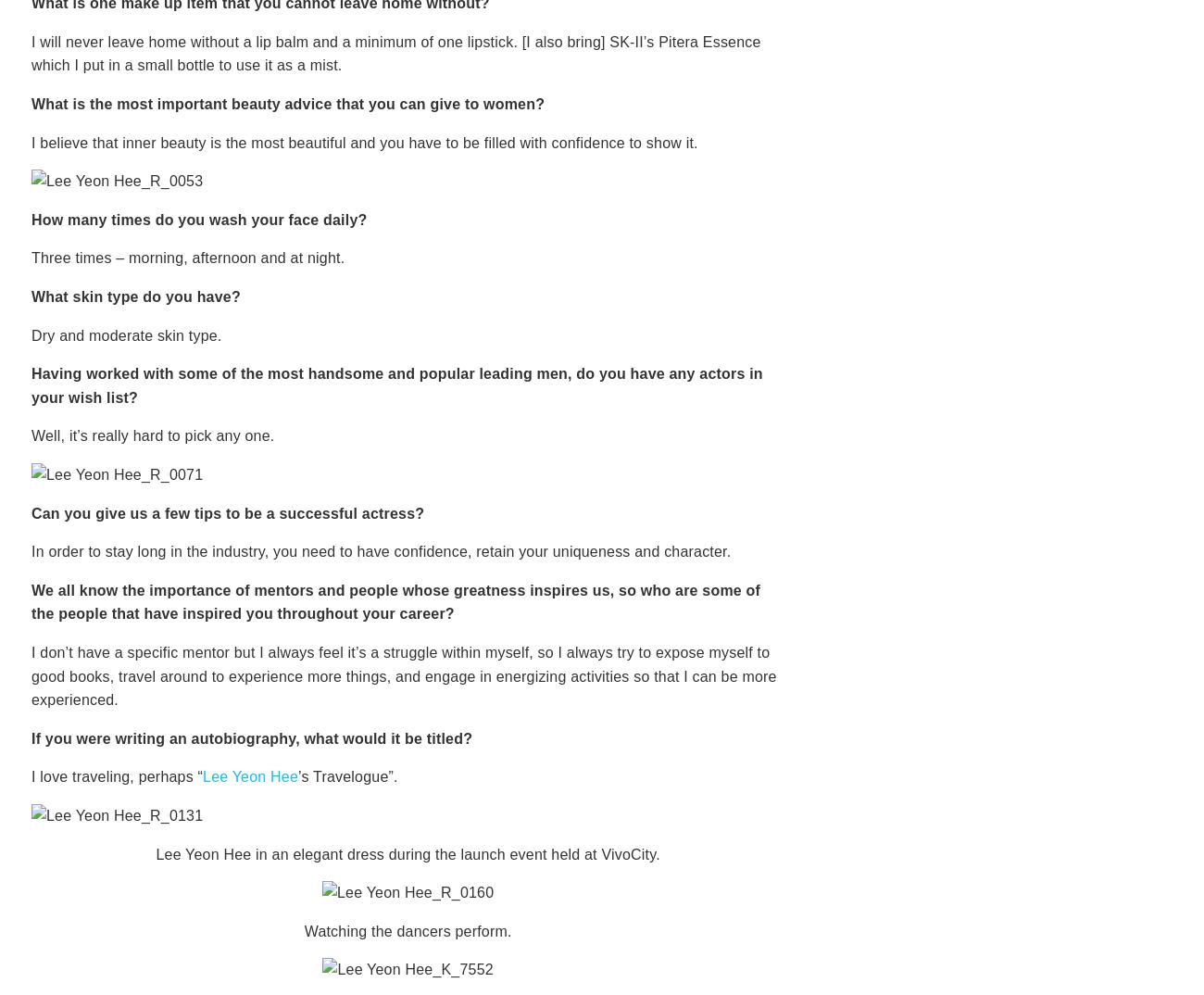 This screenshot has height=995, width=1204. Describe the element at coordinates (407, 853) in the screenshot. I see `'Lee Yeon Hee in an elegant dress during the launch event held at VivoCity.'` at that location.